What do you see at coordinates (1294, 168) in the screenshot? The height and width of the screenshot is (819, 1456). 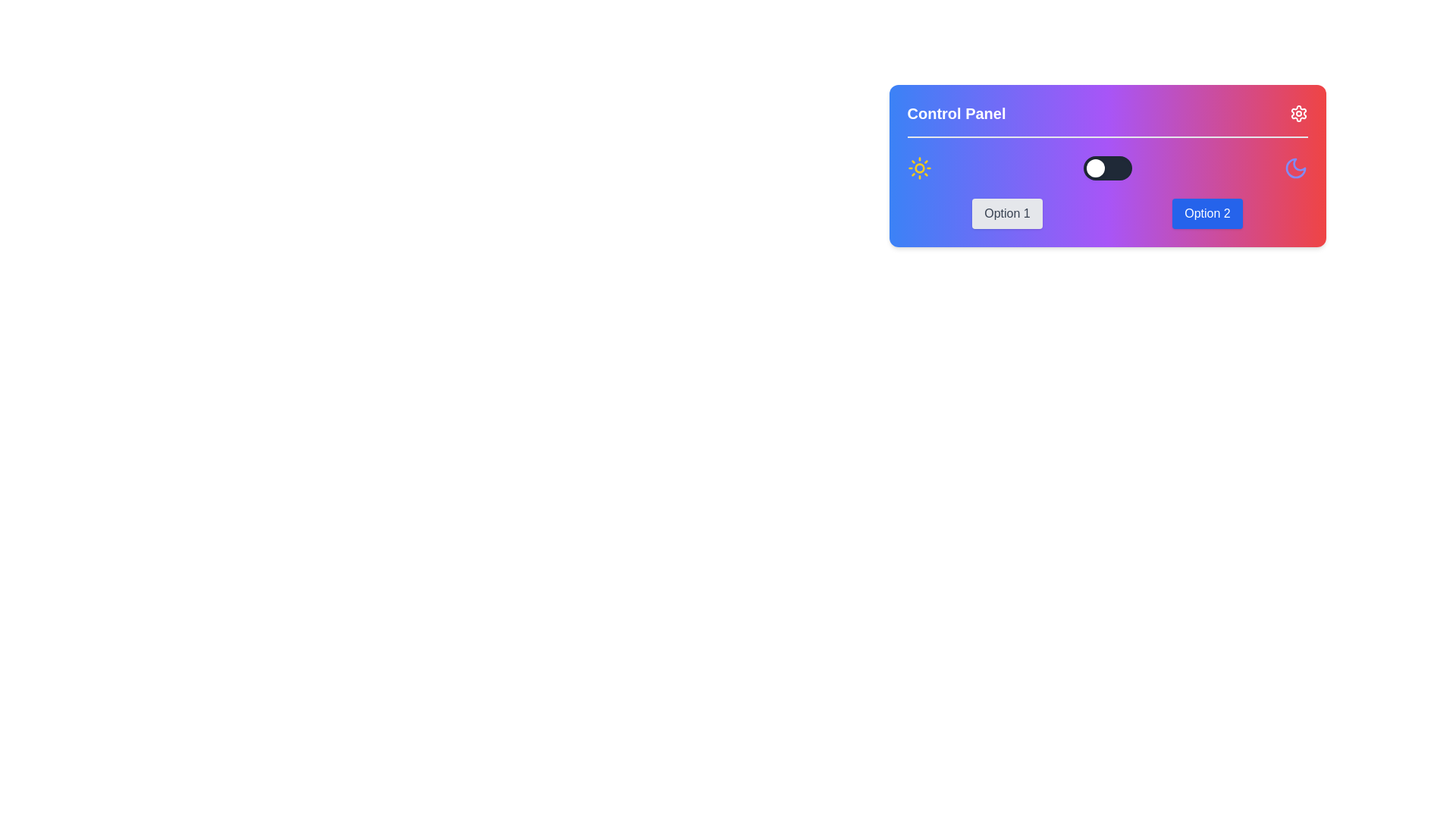 I see `the moon icon located in the top-right corner of the panel interface` at bounding box center [1294, 168].